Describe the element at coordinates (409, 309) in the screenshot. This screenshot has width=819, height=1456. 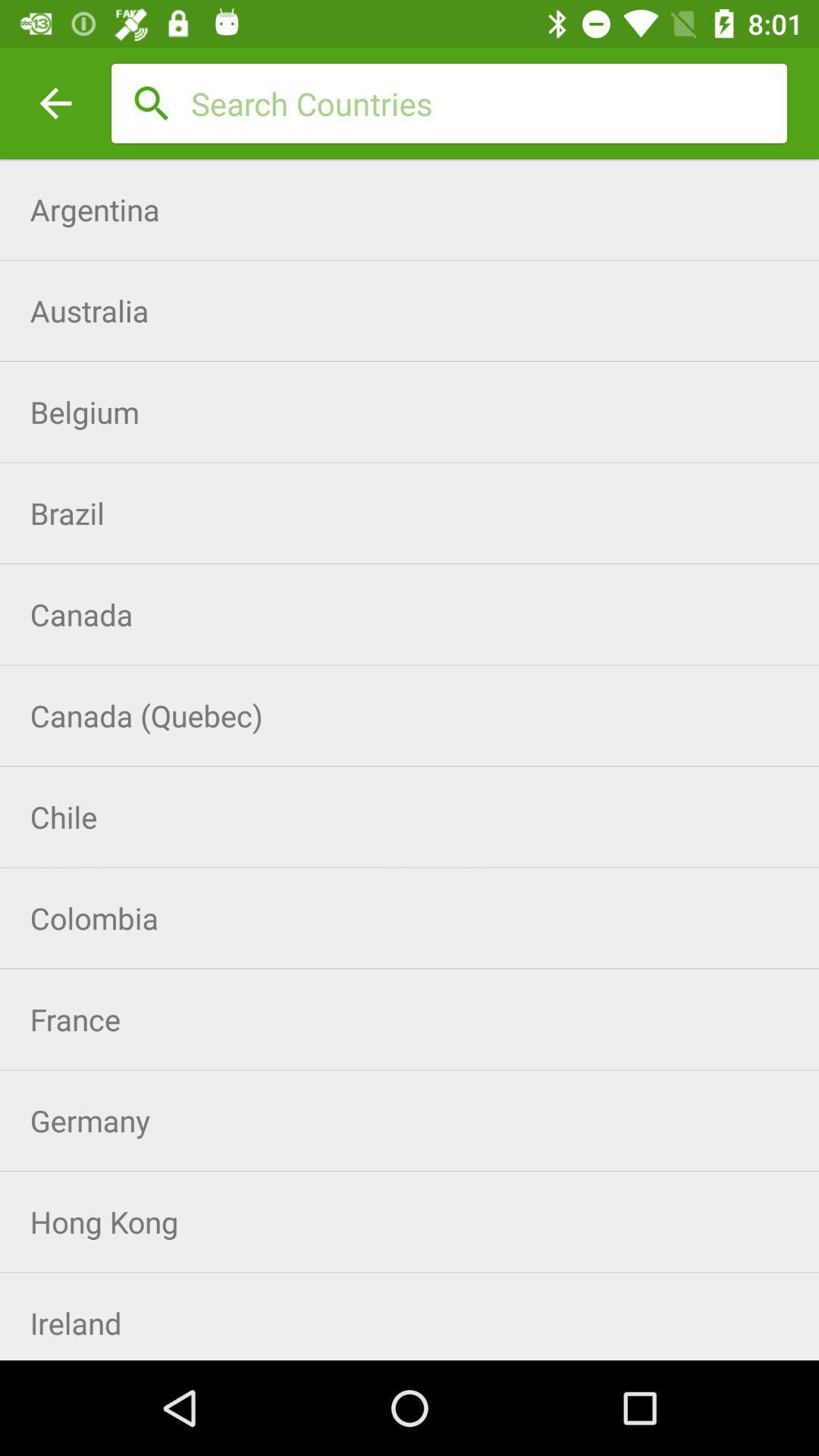
I see `the icon above the belgium item` at that location.